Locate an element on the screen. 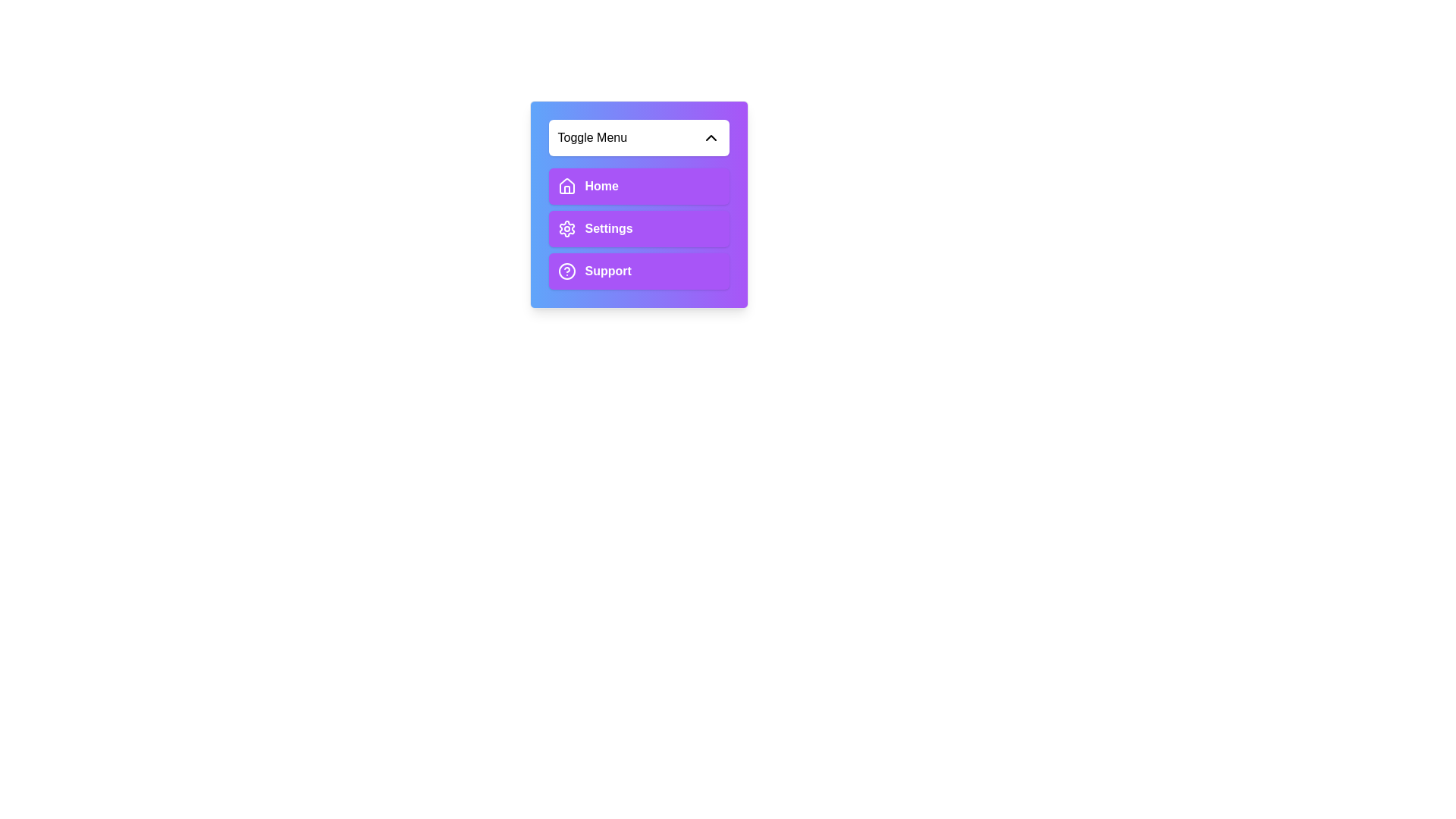 This screenshot has width=1456, height=819. the icon located at the far right of the header section is located at coordinates (710, 137).